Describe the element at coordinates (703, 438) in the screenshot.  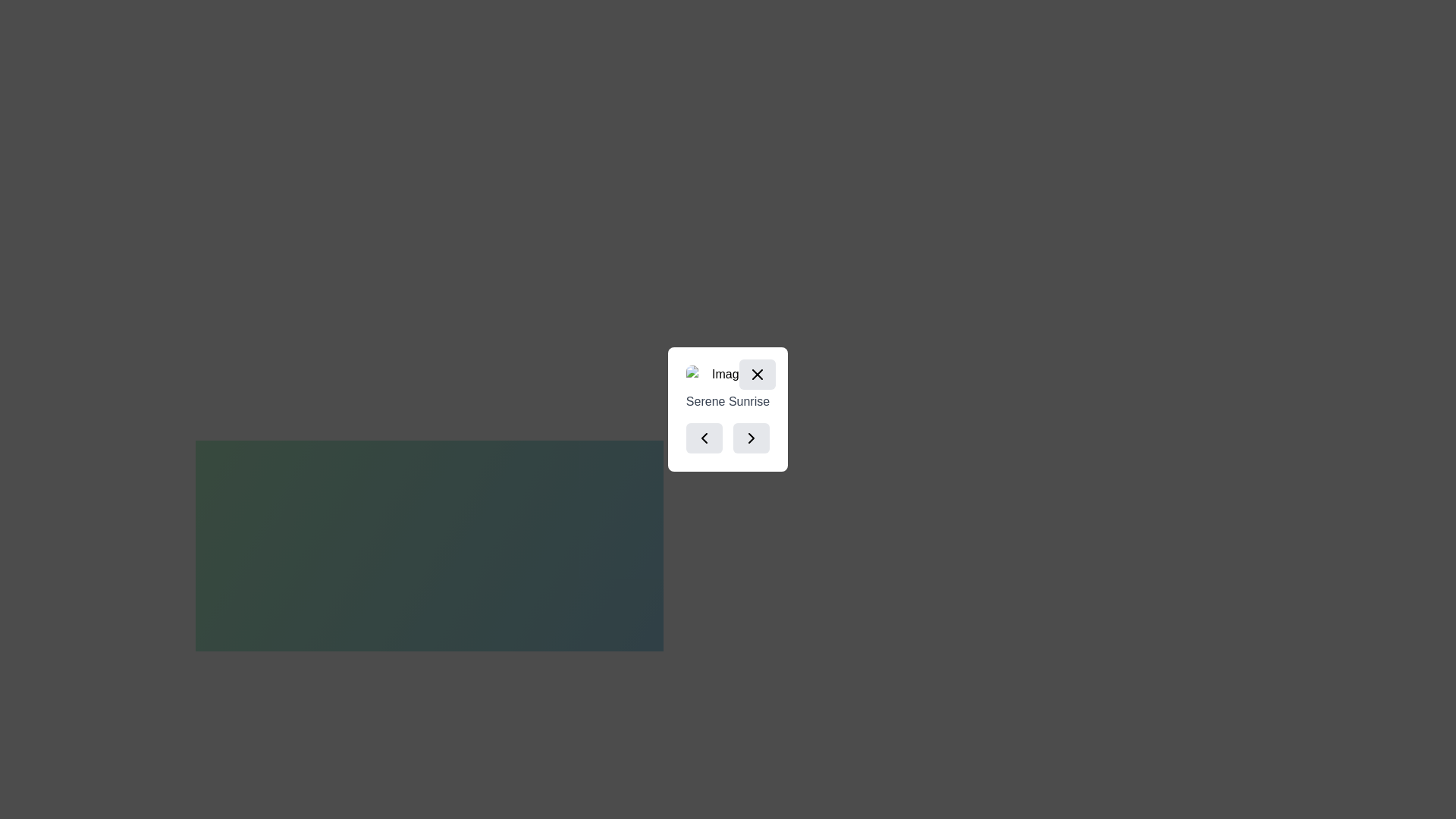
I see `the gray button with a left chevron icon` at that location.